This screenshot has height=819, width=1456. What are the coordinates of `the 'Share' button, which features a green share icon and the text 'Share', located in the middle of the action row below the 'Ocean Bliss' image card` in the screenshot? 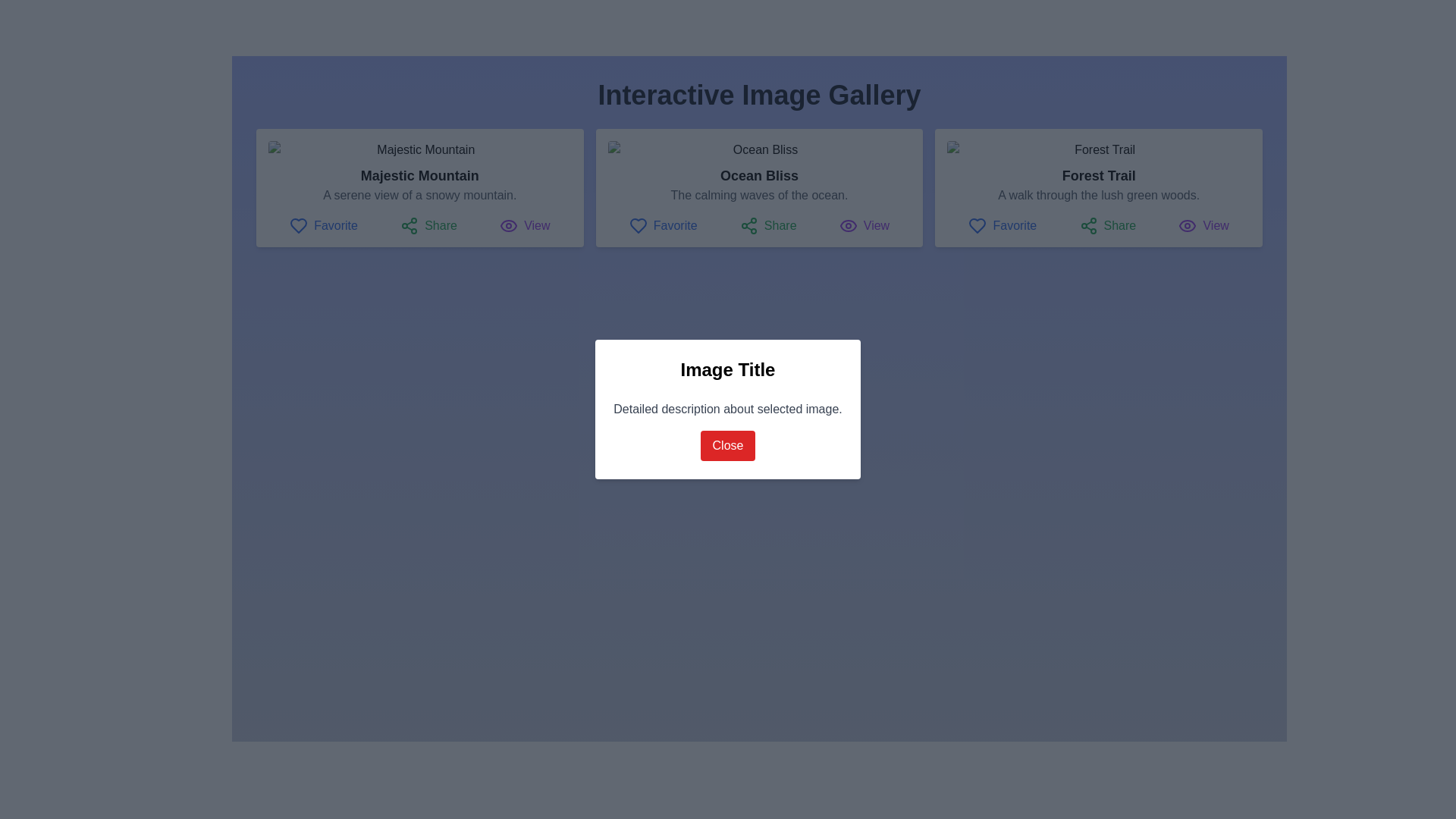 It's located at (768, 225).